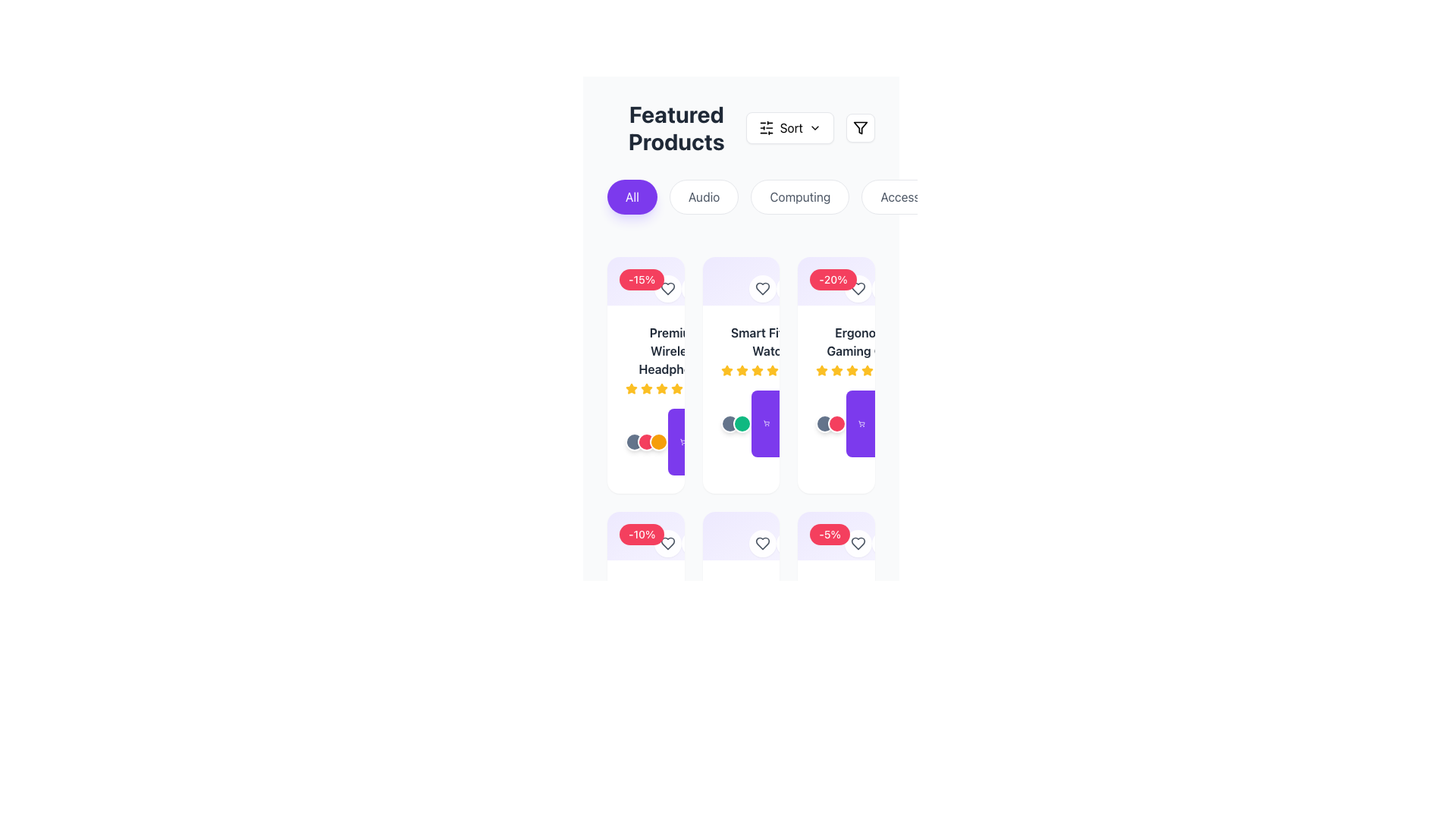  I want to click on the rose-red circular button located in the middle of the three horizontally arranged buttons below the product rating stars for the 'Premium Wireless Headphones', so click(647, 441).